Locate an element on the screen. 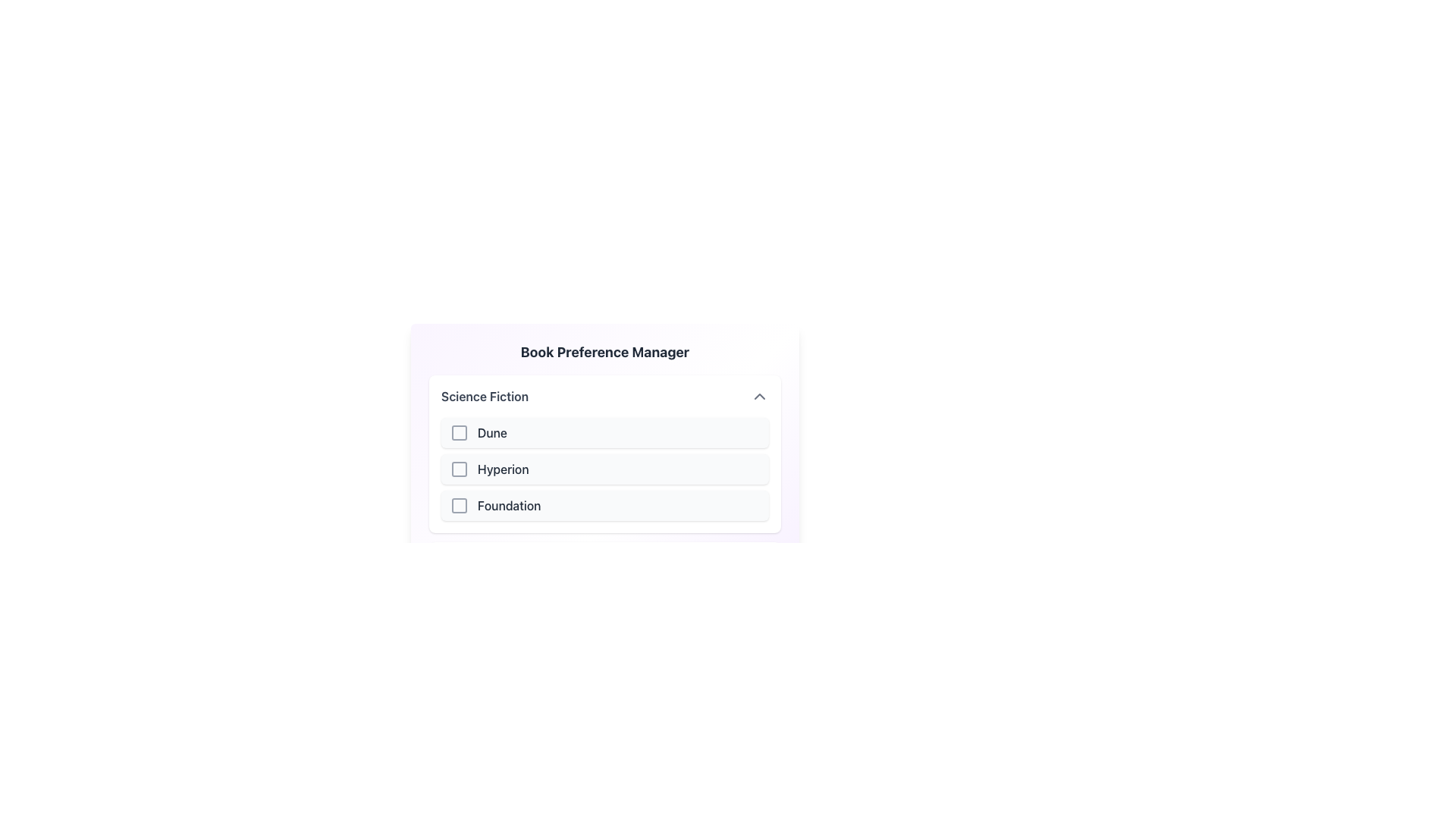  keyboard navigation is located at coordinates (604, 468).